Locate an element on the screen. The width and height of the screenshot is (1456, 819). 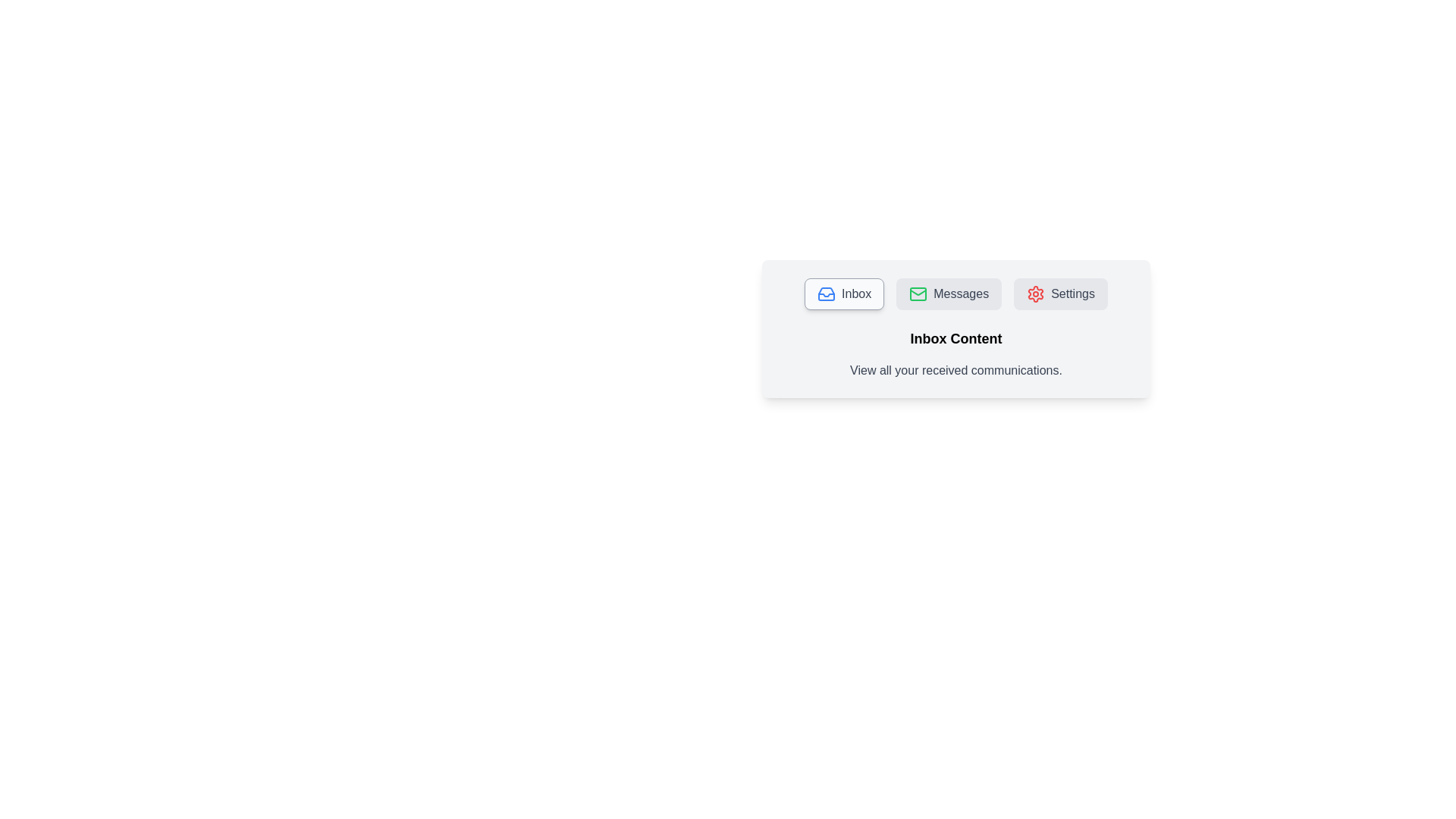
the Settings tab by clicking on its respective button is located at coordinates (1060, 294).